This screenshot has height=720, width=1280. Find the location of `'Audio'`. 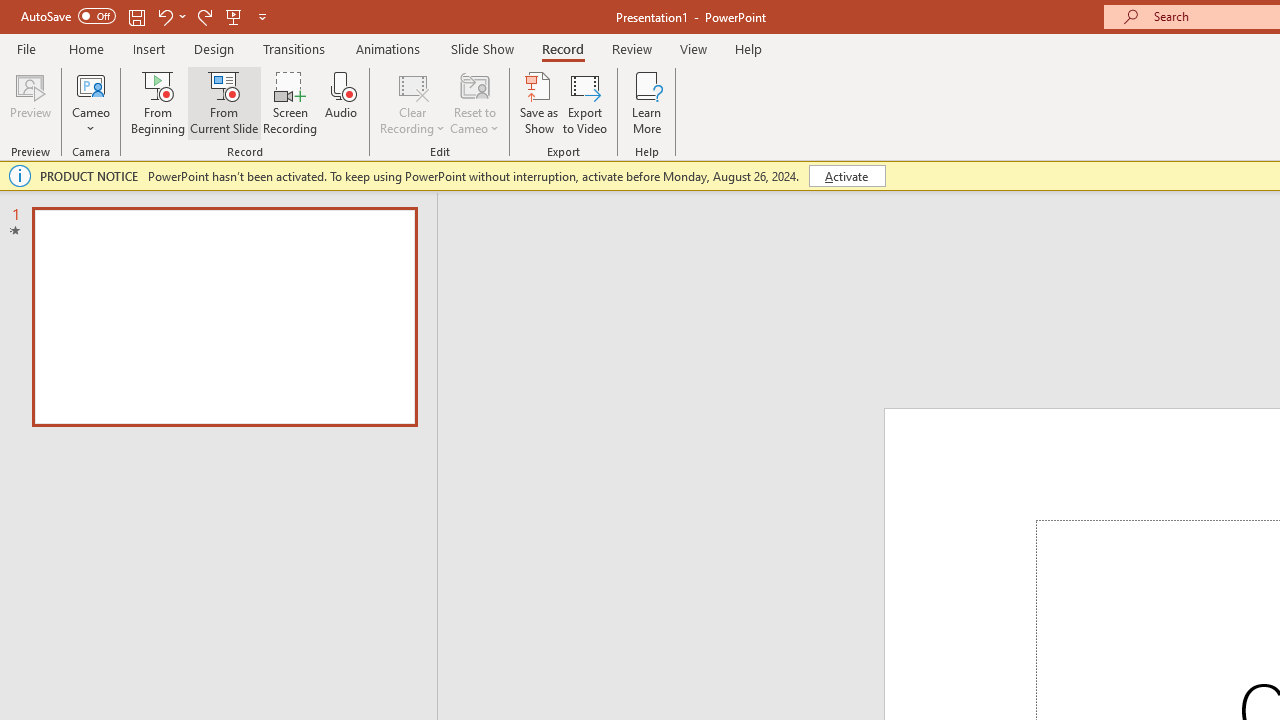

'Audio' is located at coordinates (341, 103).